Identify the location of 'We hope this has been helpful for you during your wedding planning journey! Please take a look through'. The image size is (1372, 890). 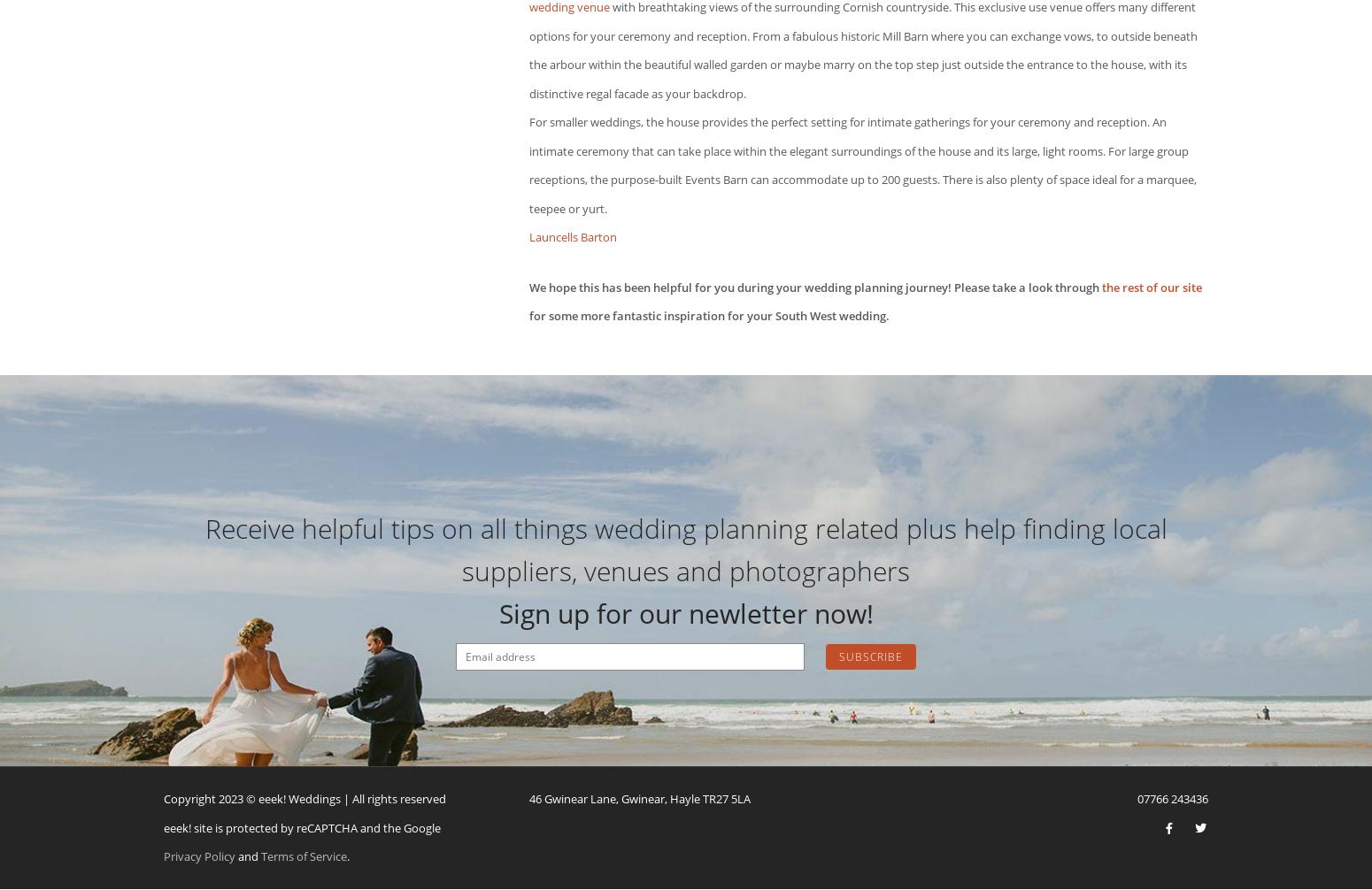
(815, 286).